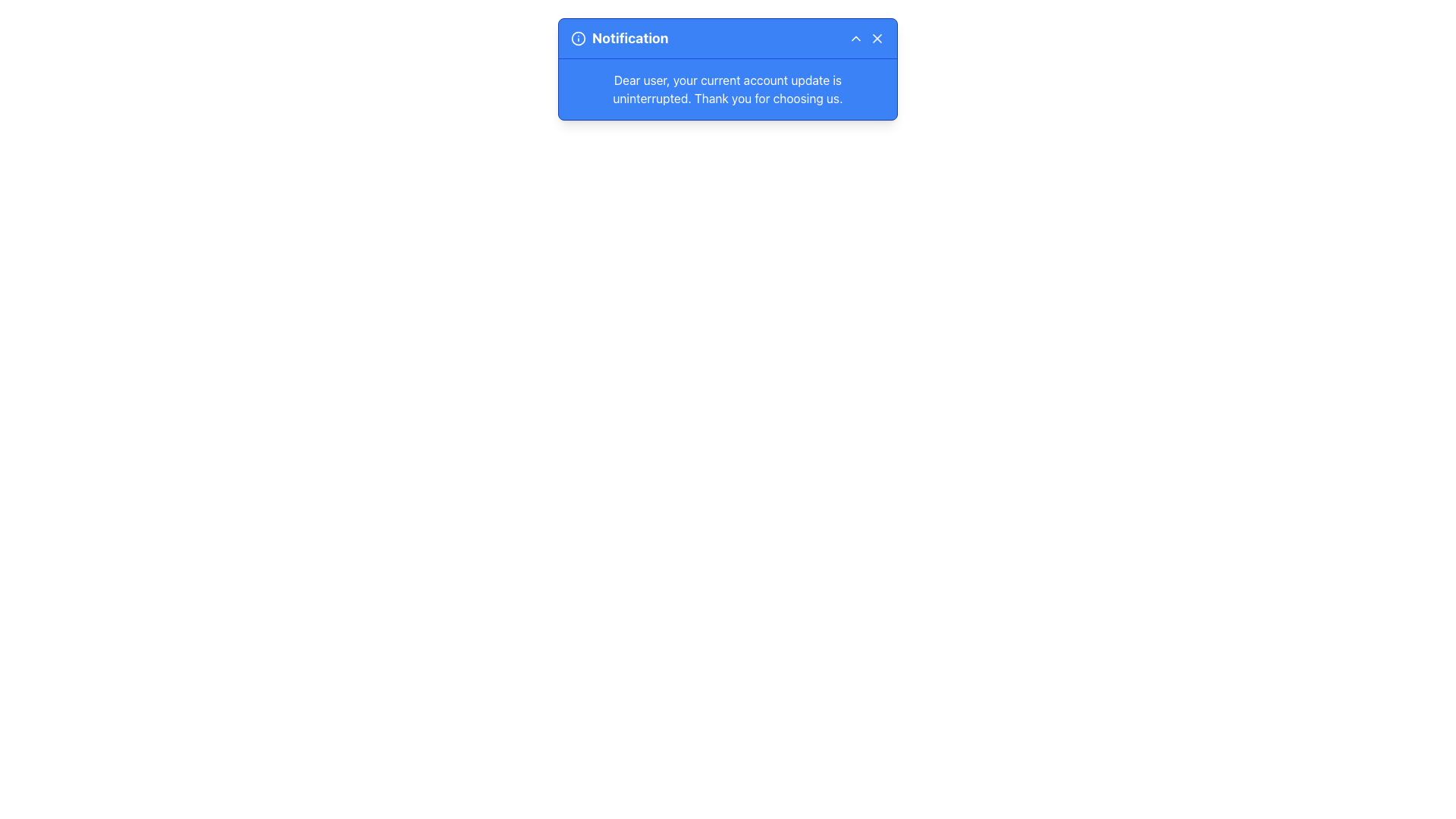 The width and height of the screenshot is (1456, 819). What do you see at coordinates (877, 37) in the screenshot?
I see `the close button on the notification panel using keyboard navigation, located at the far right corner of the notification bar` at bounding box center [877, 37].